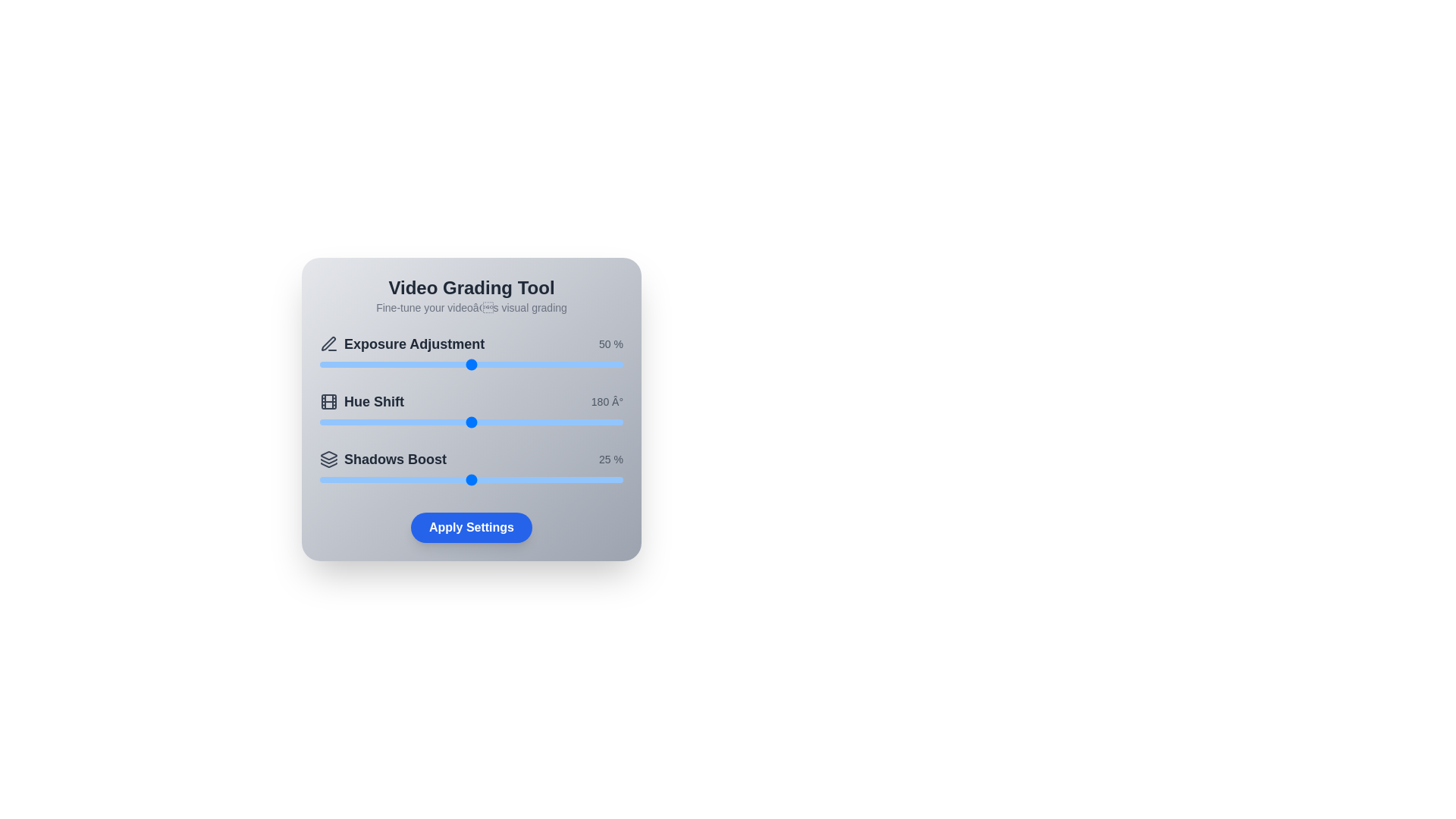 This screenshot has height=819, width=1456. What do you see at coordinates (328, 455) in the screenshot?
I see `the first icon in a vertically stacked group of three icons, which serves as a visual indicator for layers or stacking functions` at bounding box center [328, 455].